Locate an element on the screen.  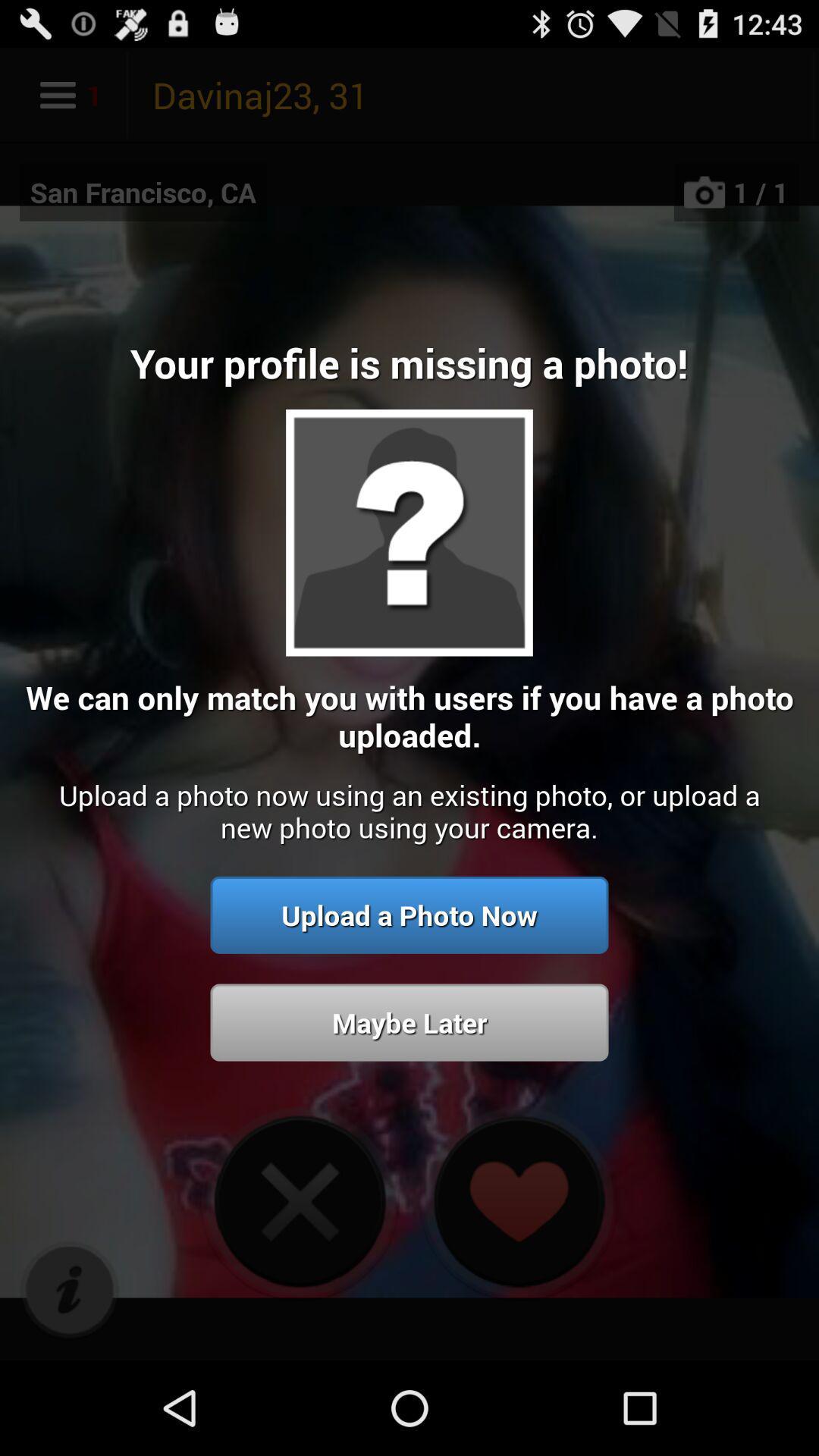
additional information is located at coordinates (69, 1290).